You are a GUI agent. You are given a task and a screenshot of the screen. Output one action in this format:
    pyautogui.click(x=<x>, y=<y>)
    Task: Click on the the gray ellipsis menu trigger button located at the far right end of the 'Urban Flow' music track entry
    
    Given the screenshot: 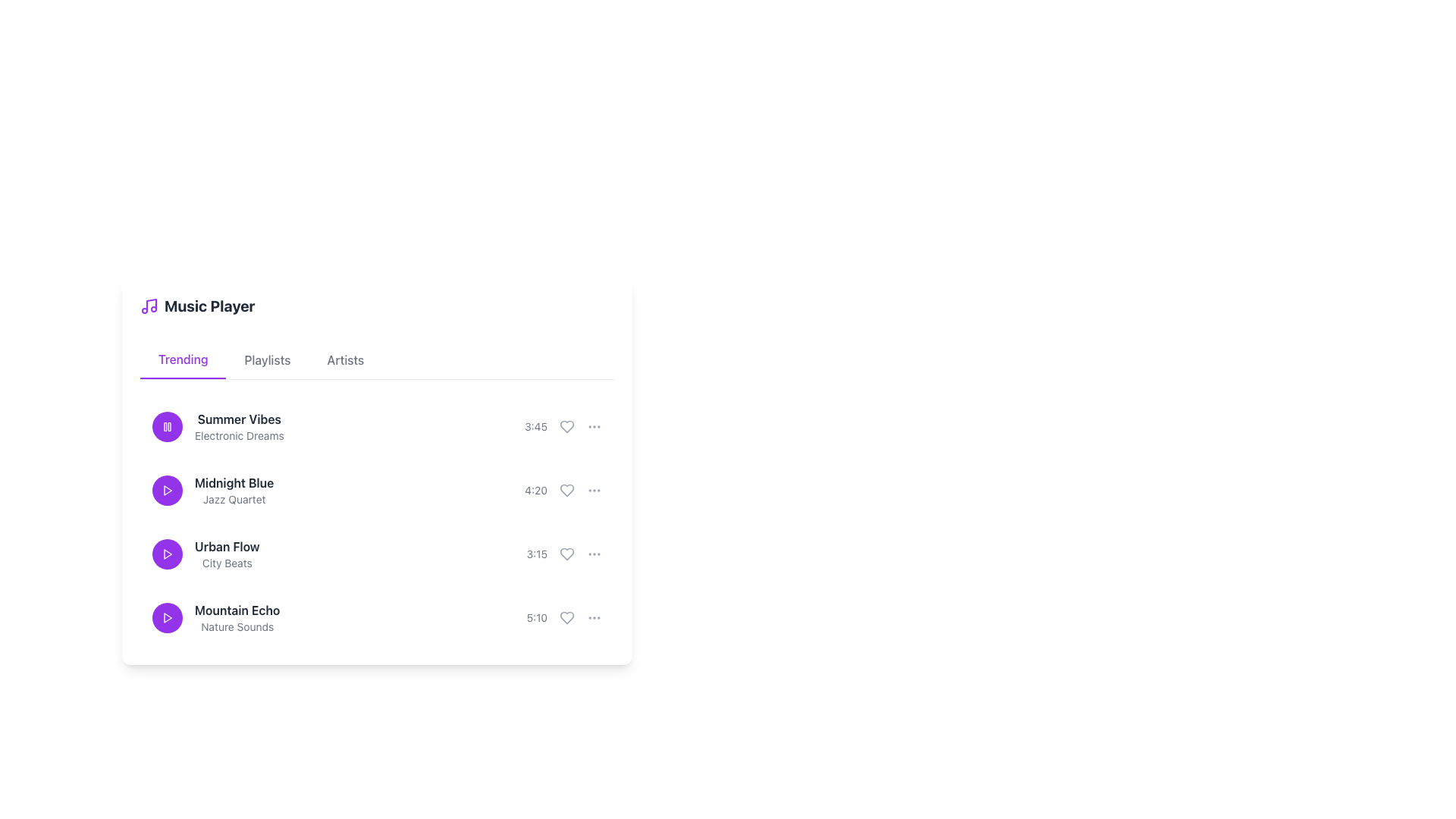 What is the action you would take?
    pyautogui.click(x=593, y=554)
    